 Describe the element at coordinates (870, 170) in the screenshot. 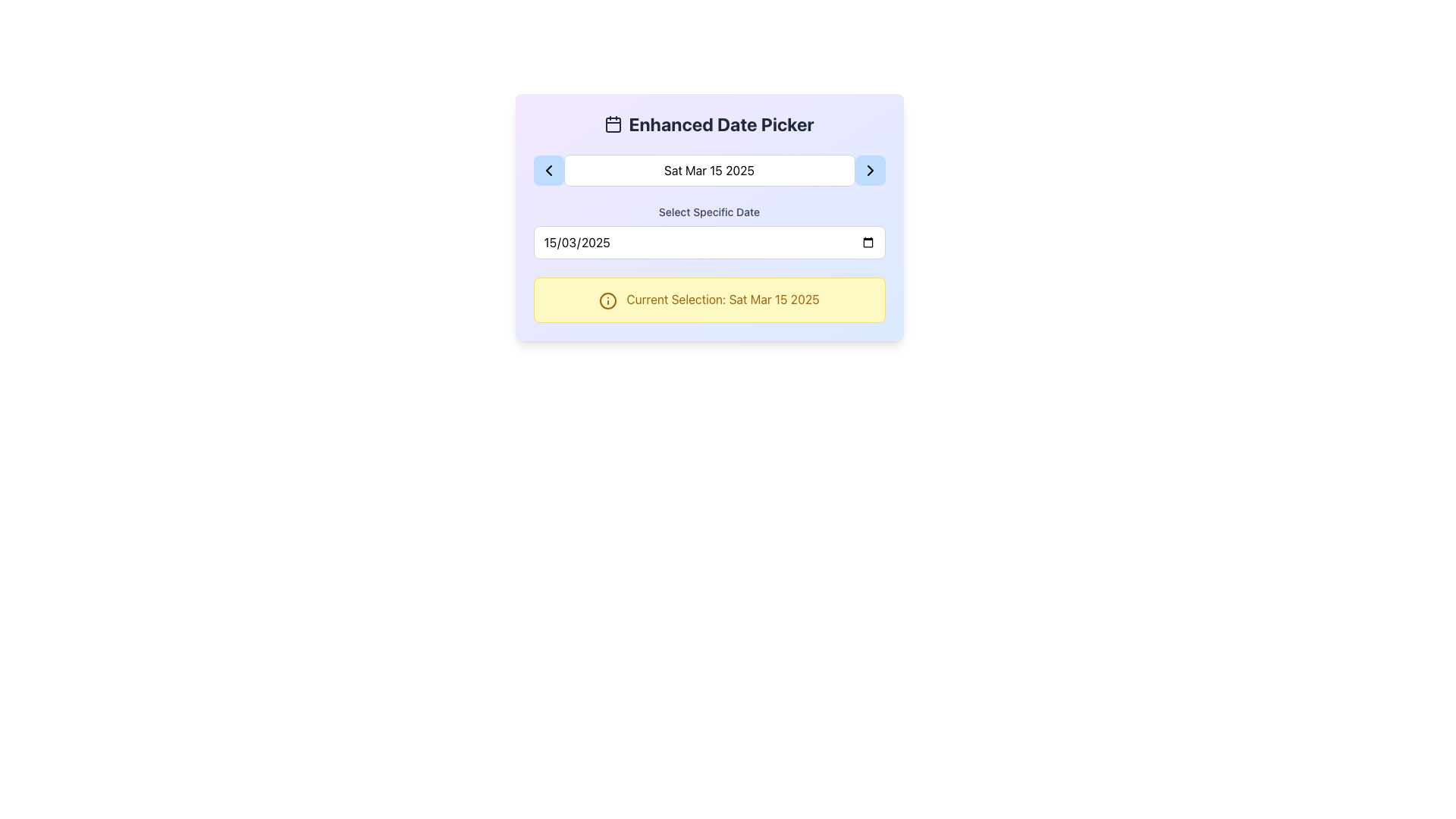

I see `the arrow button icon located to the far-right side of the date display field in the 'Enhanced Date Picker' control group` at that location.